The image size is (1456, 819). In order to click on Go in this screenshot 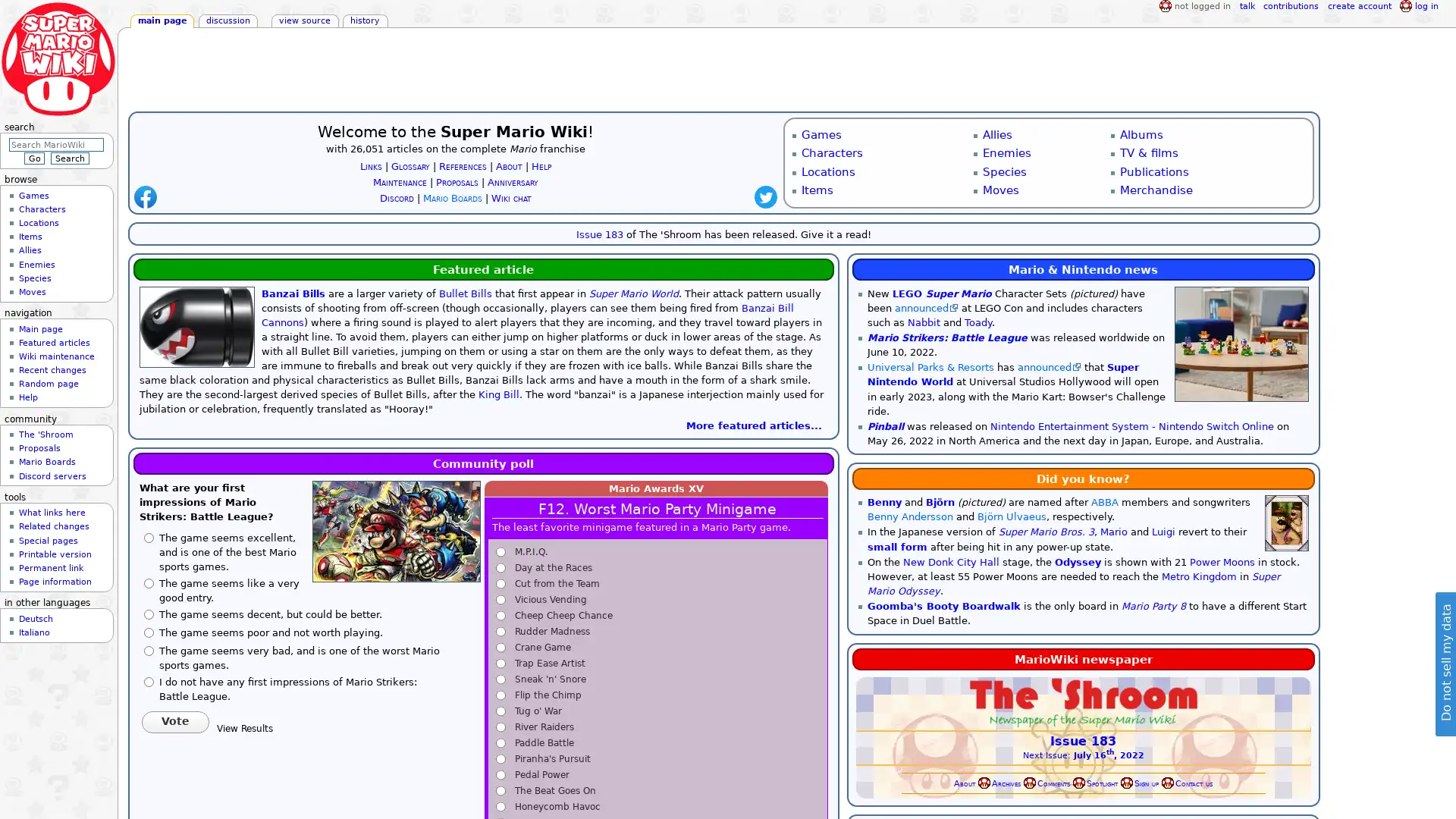, I will do `click(34, 158)`.